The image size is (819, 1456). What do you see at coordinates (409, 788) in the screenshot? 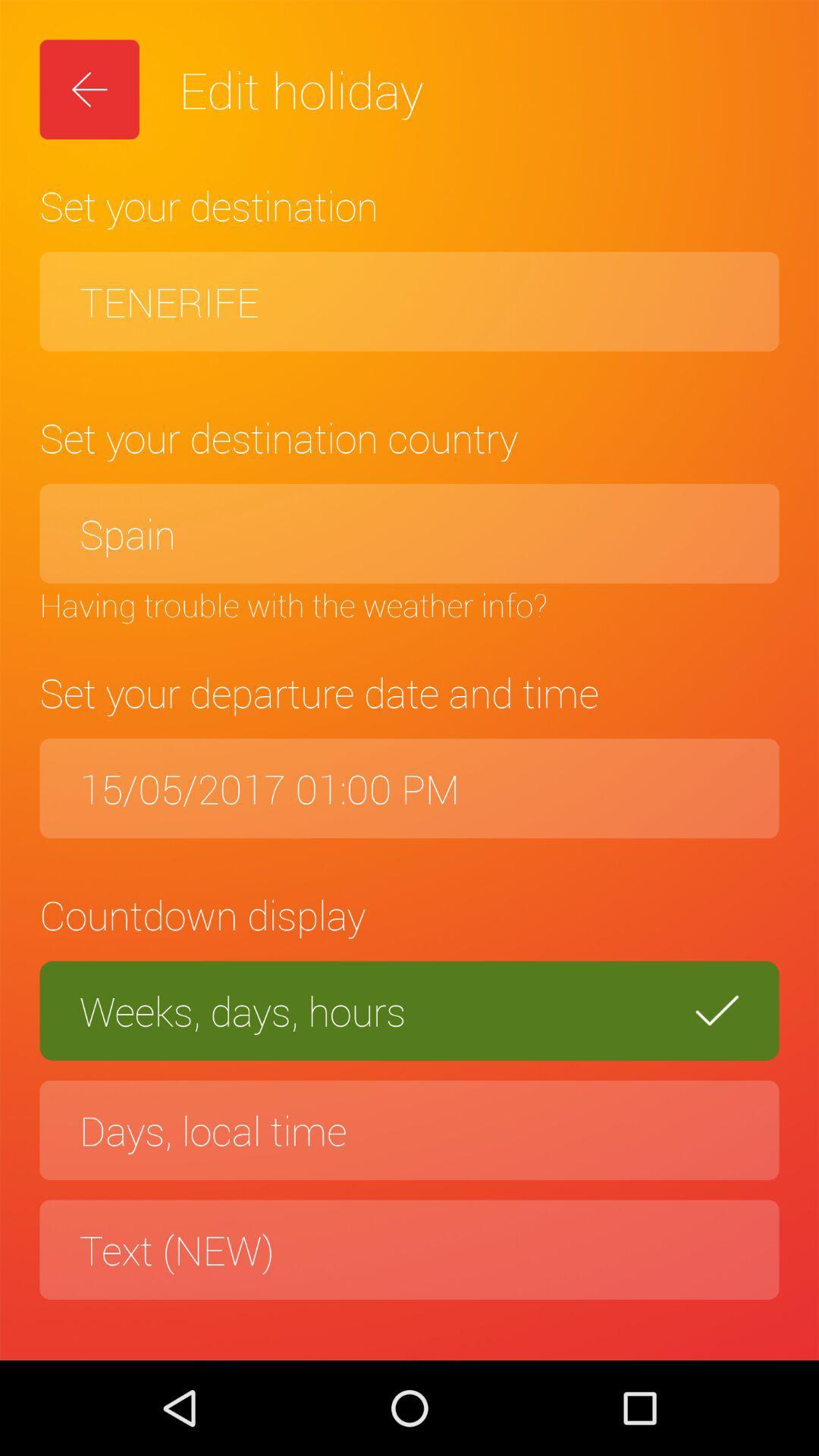
I see `the item above countdown display icon` at bounding box center [409, 788].